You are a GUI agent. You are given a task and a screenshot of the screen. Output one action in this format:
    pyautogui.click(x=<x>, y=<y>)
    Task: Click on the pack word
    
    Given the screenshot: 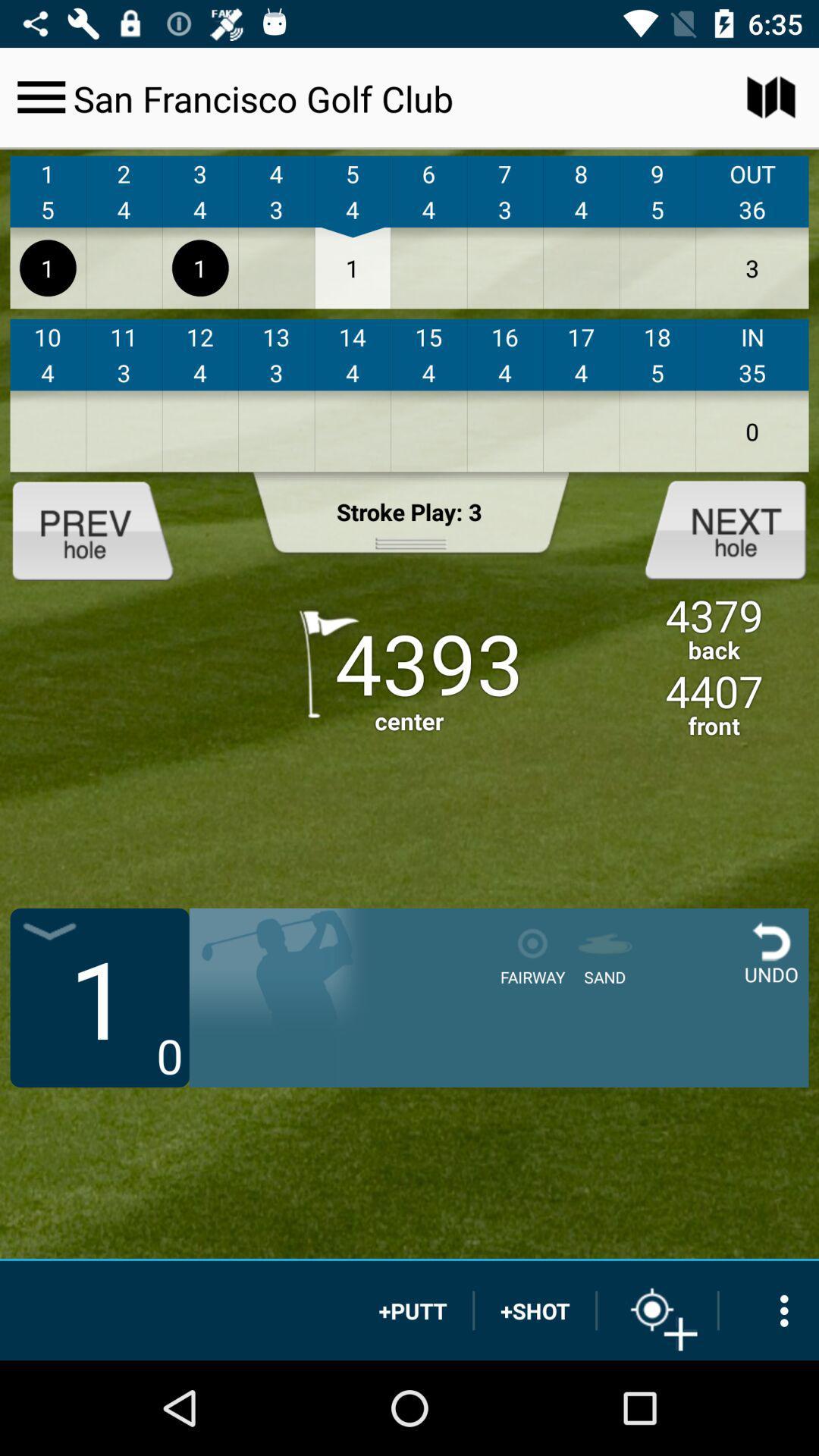 What is the action you would take?
    pyautogui.click(x=105, y=529)
    